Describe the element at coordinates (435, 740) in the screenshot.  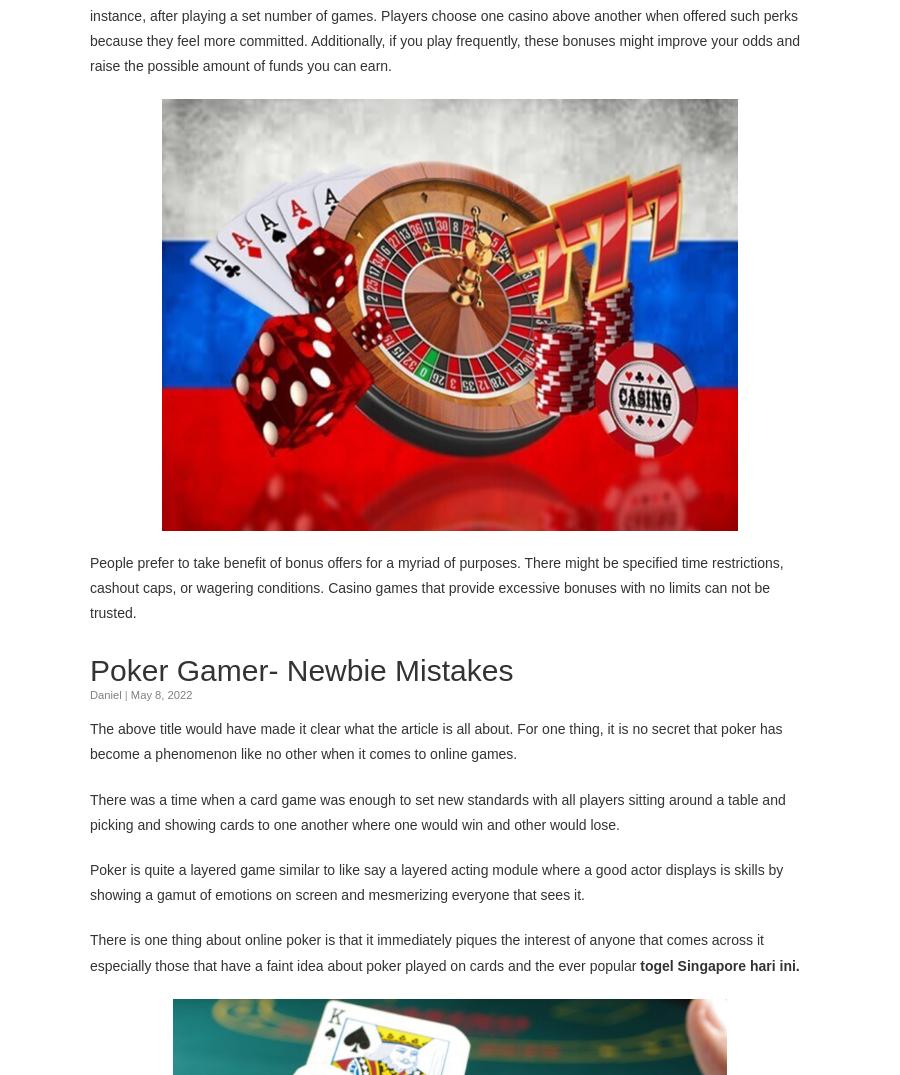
I see `'The above title would have made it clear what the article is all about. For one thing, it is no secret that poker has become a phenomenon like no other when it comes to online games.'` at that location.